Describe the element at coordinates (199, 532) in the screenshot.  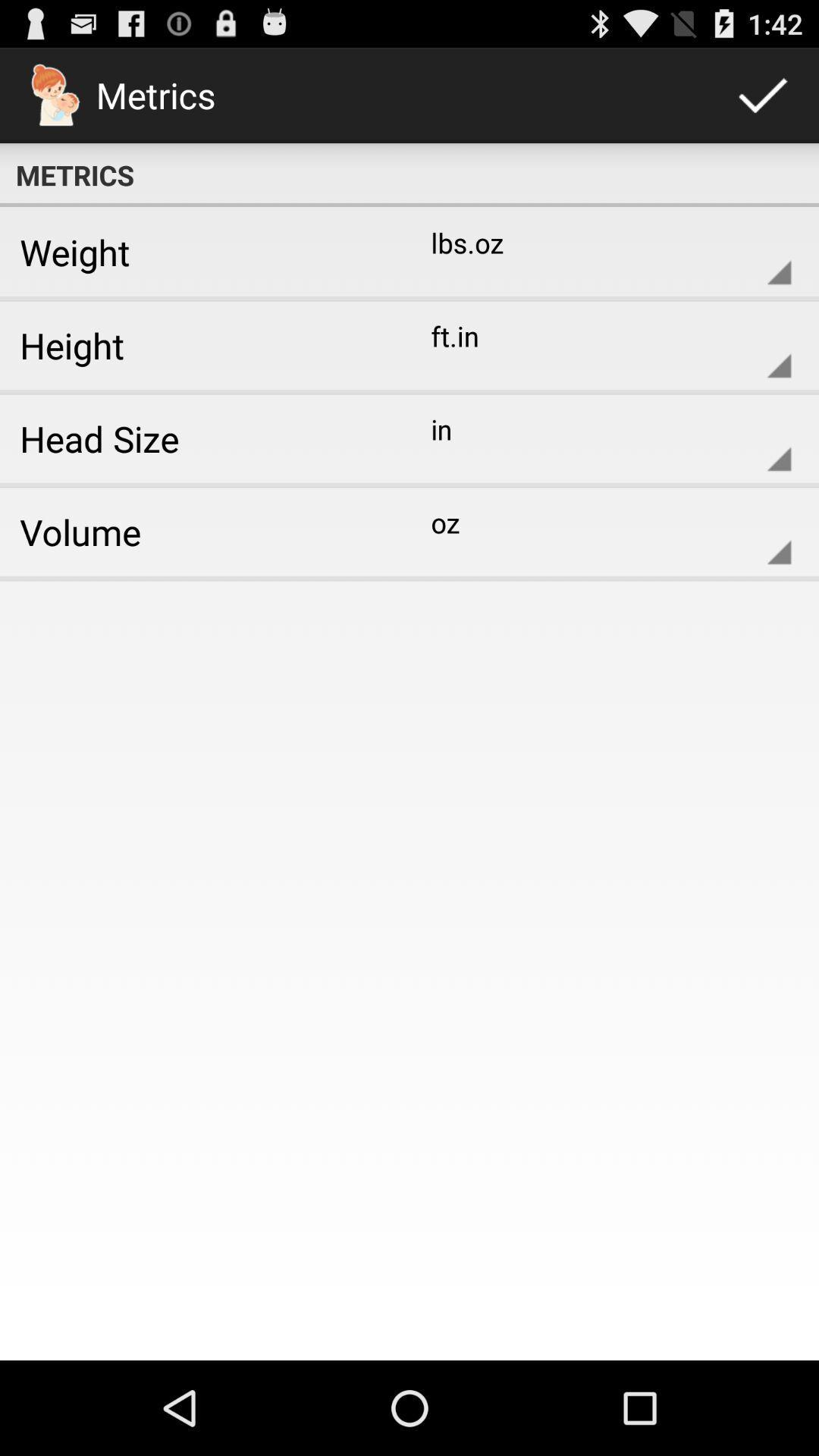
I see `the item next to oz app` at that location.